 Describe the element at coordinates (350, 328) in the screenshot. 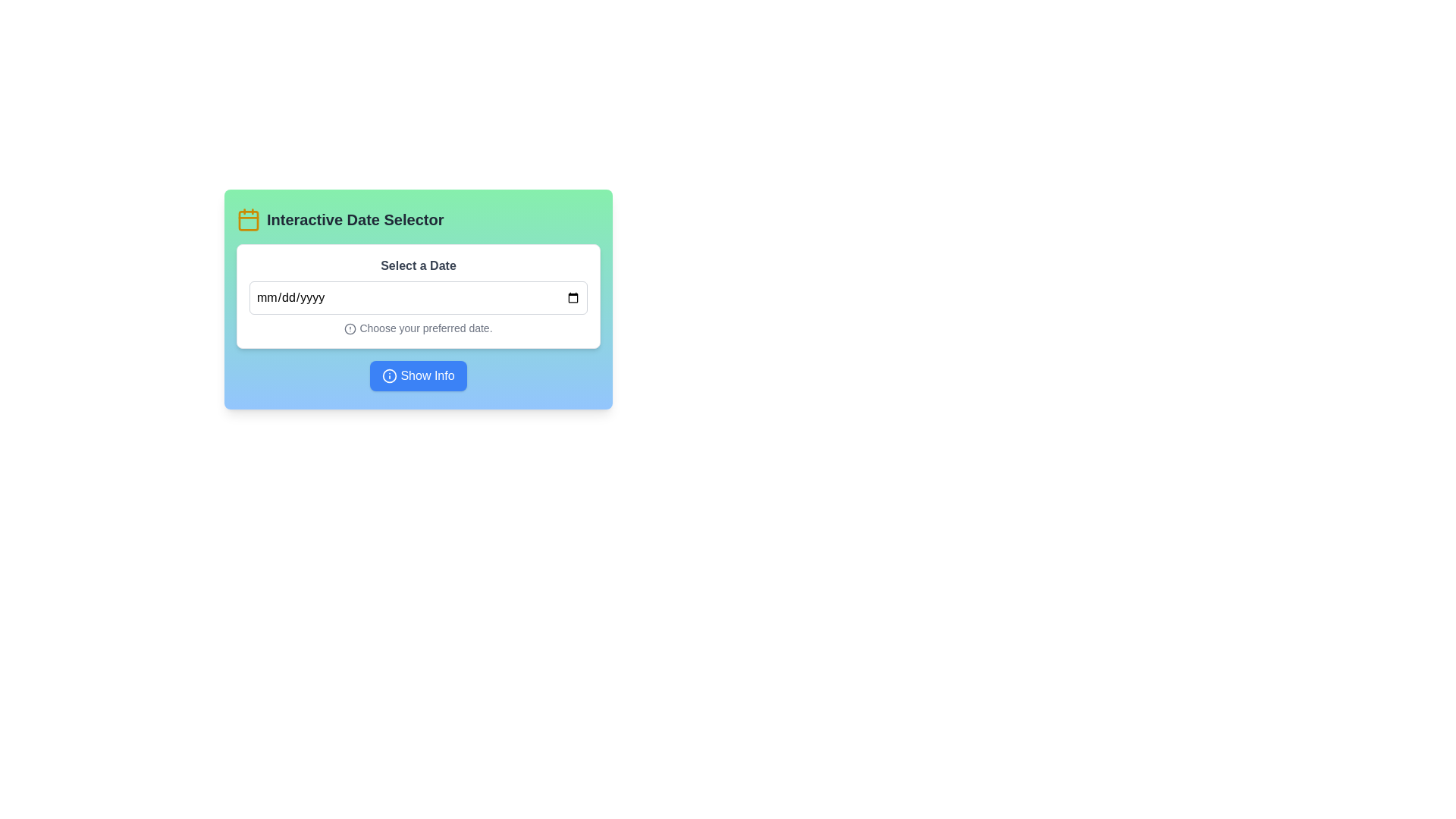

I see `the alert icon located above the text label, which serves as a visual indicator` at that location.